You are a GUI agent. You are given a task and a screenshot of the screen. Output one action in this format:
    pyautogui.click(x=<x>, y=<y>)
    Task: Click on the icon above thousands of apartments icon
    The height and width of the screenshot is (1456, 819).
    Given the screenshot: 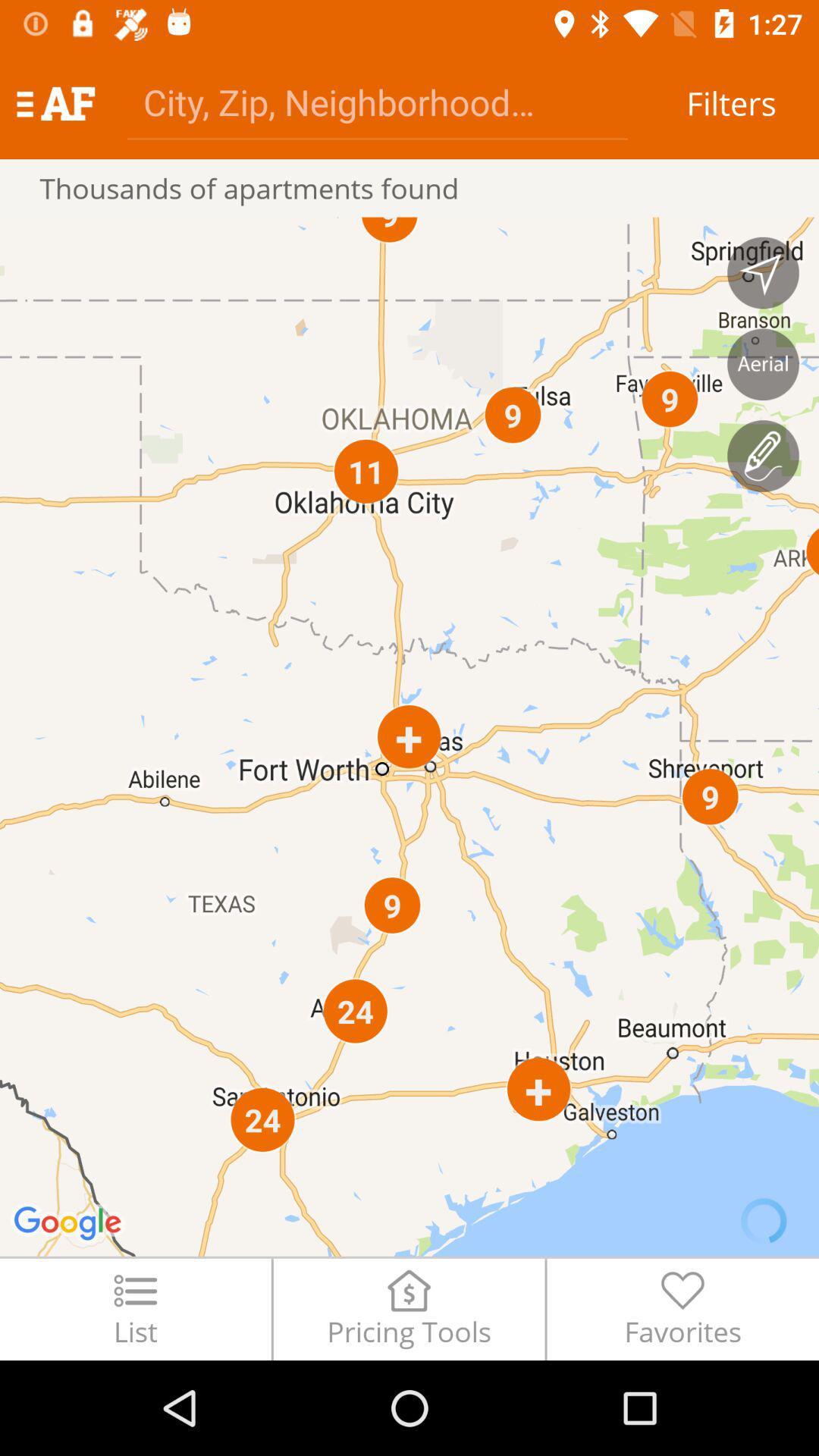 What is the action you would take?
    pyautogui.click(x=376, y=101)
    